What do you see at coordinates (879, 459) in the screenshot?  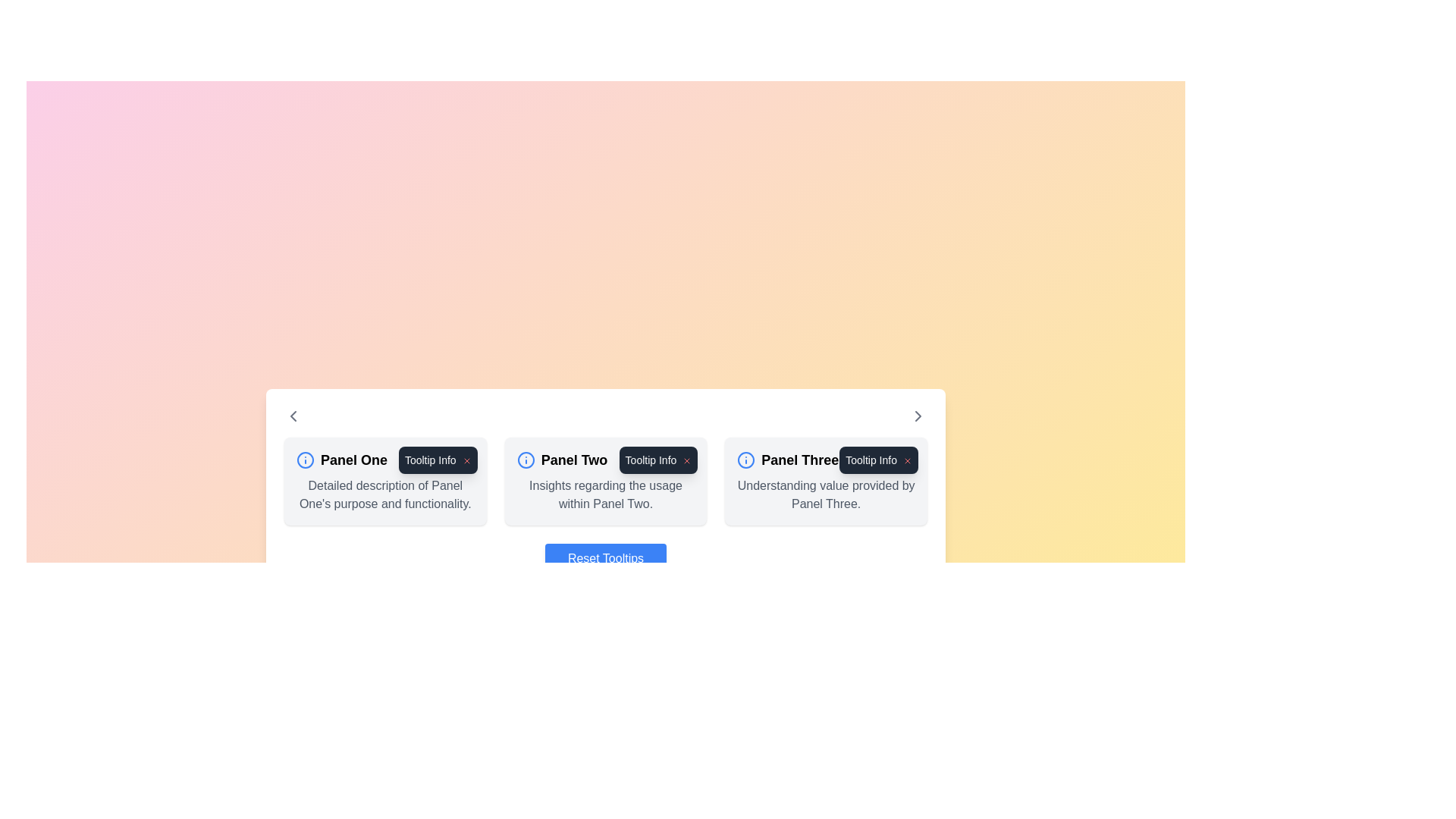 I see `the close icon in the tooltip-like information box located at the top-right of 'Panel Three'` at bounding box center [879, 459].